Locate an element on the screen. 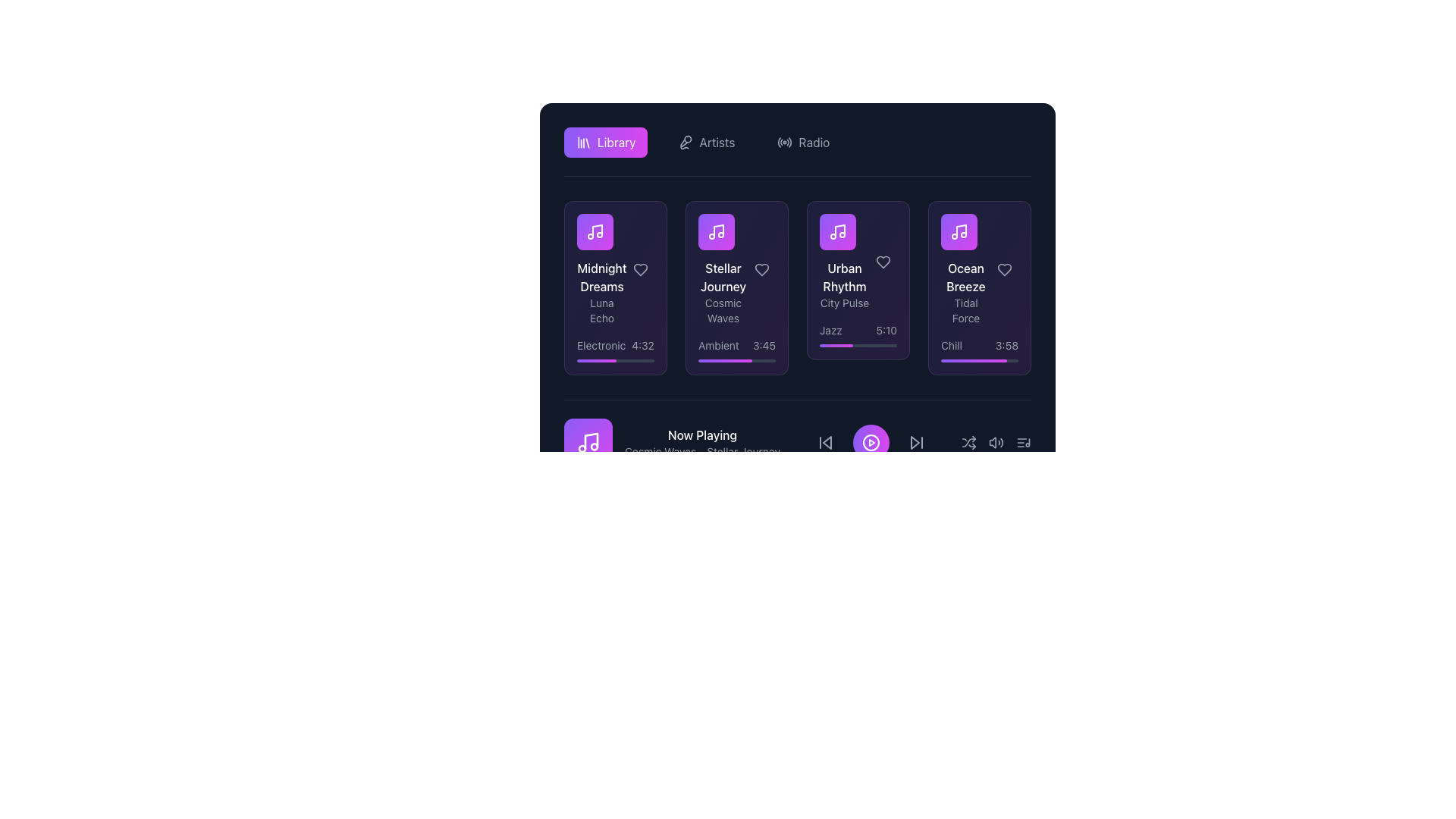  the interactive button with a speaker icon that changes color upon hover, located in the bottom-right corner of the toolbar is located at coordinates (996, 442).